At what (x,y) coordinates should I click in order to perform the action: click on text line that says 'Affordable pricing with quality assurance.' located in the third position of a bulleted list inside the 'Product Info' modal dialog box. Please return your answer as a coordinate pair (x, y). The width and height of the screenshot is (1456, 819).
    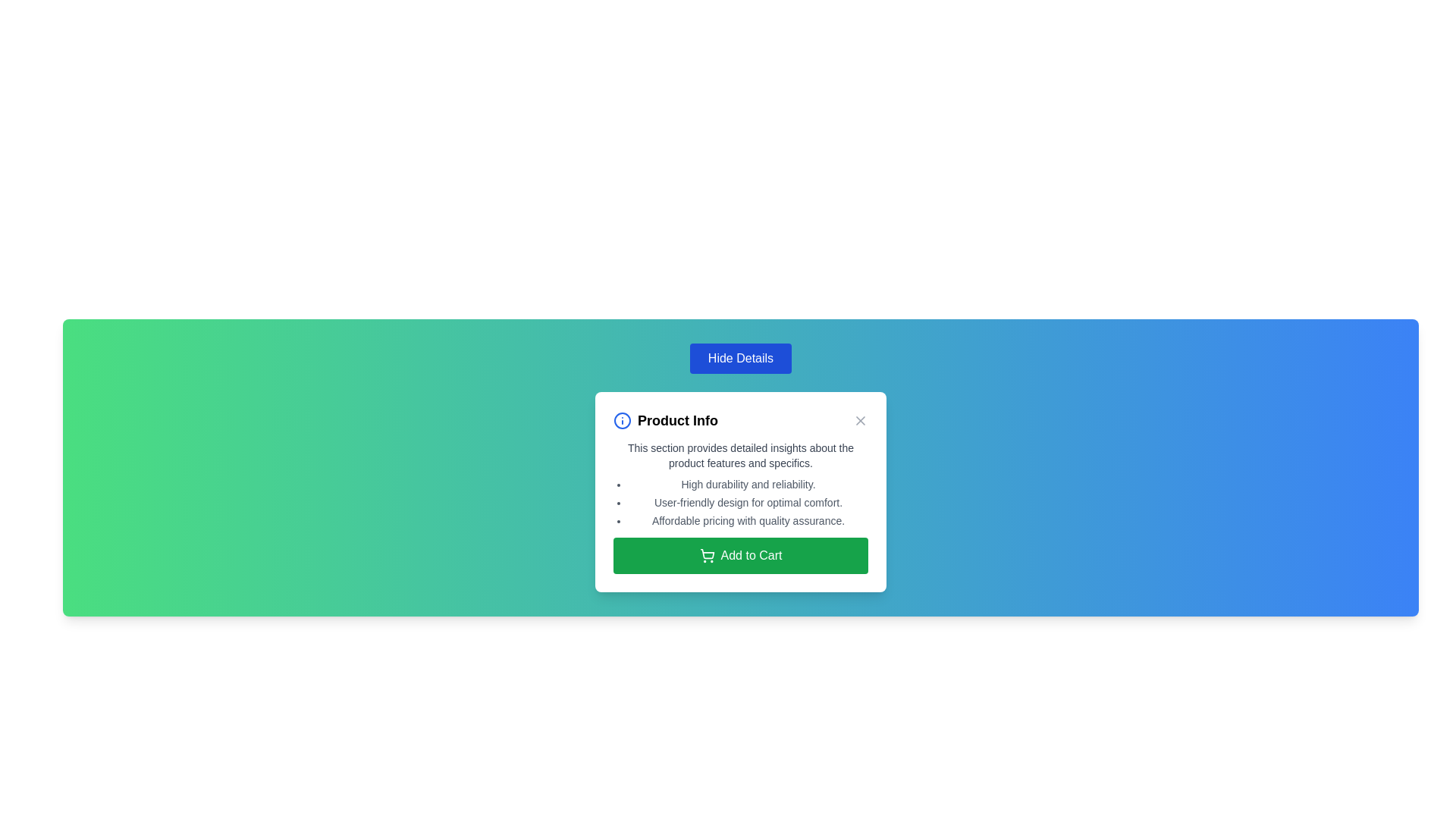
    Looking at the image, I should click on (748, 519).